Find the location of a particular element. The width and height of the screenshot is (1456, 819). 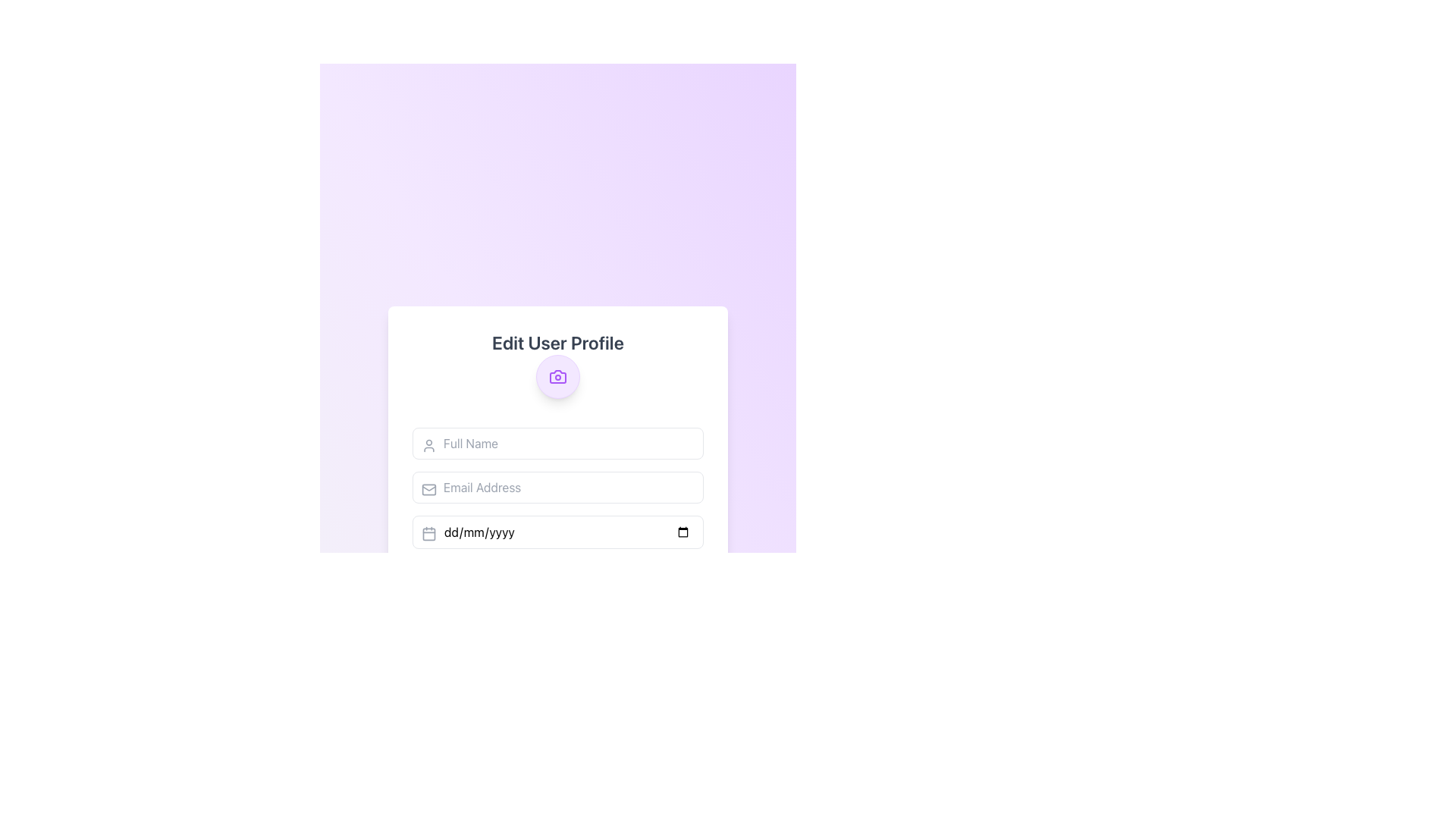

the email address input field in the 'Edit User Profile' section is located at coordinates (557, 485).